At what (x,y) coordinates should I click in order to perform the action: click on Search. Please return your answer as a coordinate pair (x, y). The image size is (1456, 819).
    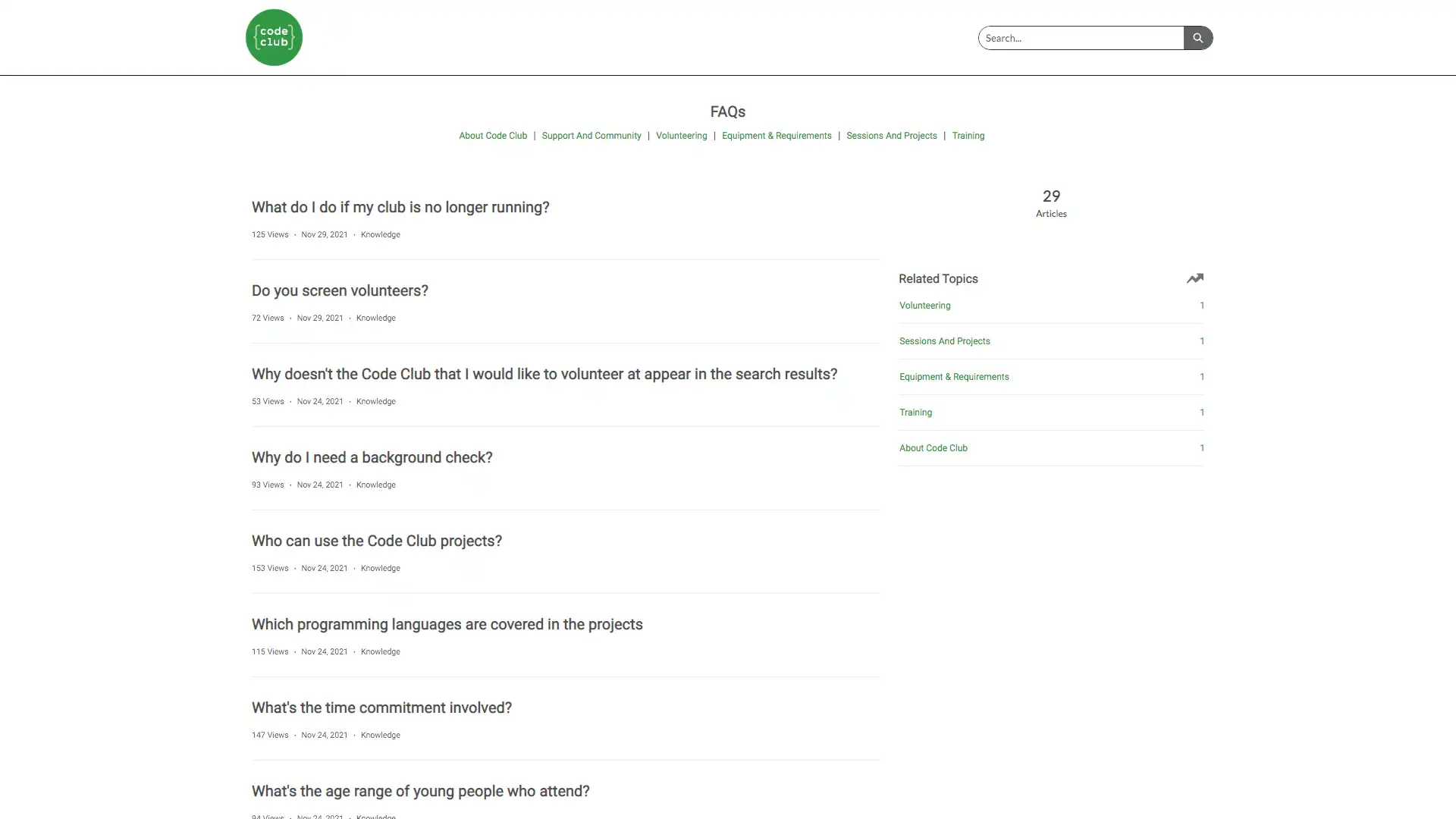
    Looking at the image, I should click on (1197, 36).